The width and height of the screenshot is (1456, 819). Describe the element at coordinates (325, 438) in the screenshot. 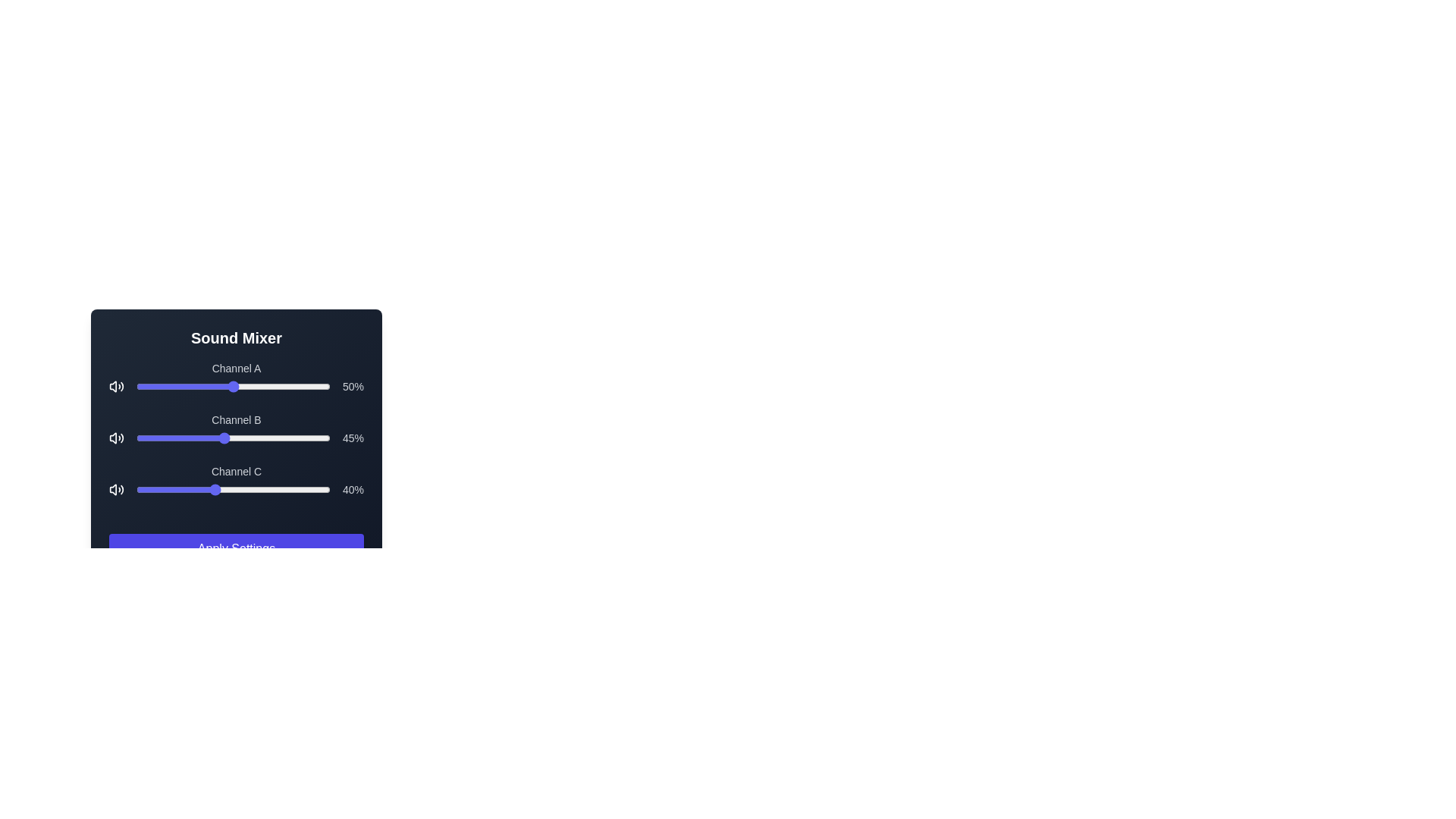

I see `the Channel B volume` at that location.